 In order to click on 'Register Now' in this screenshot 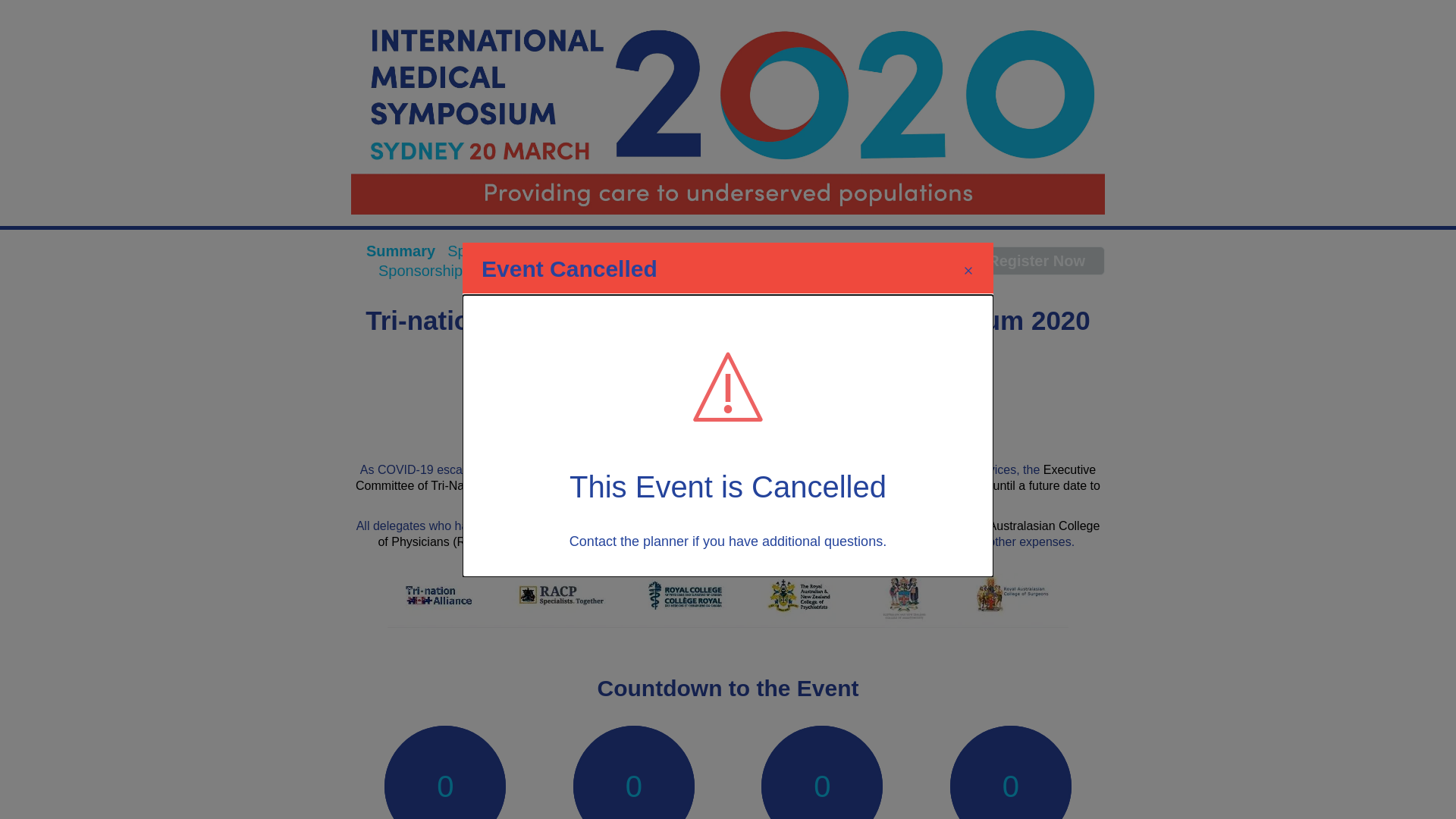, I will do `click(1036, 259)`.